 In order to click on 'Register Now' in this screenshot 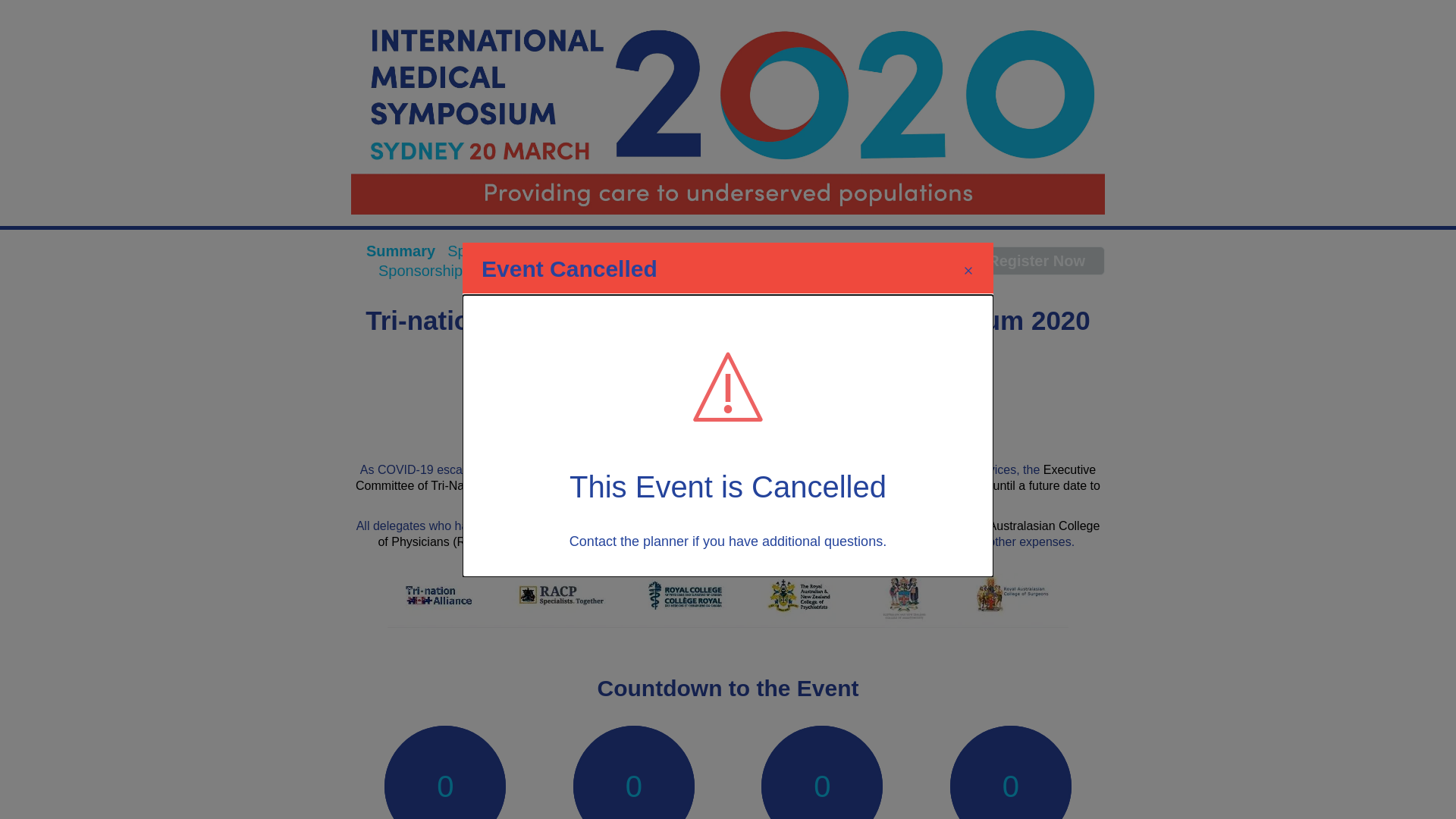, I will do `click(1036, 259)`.